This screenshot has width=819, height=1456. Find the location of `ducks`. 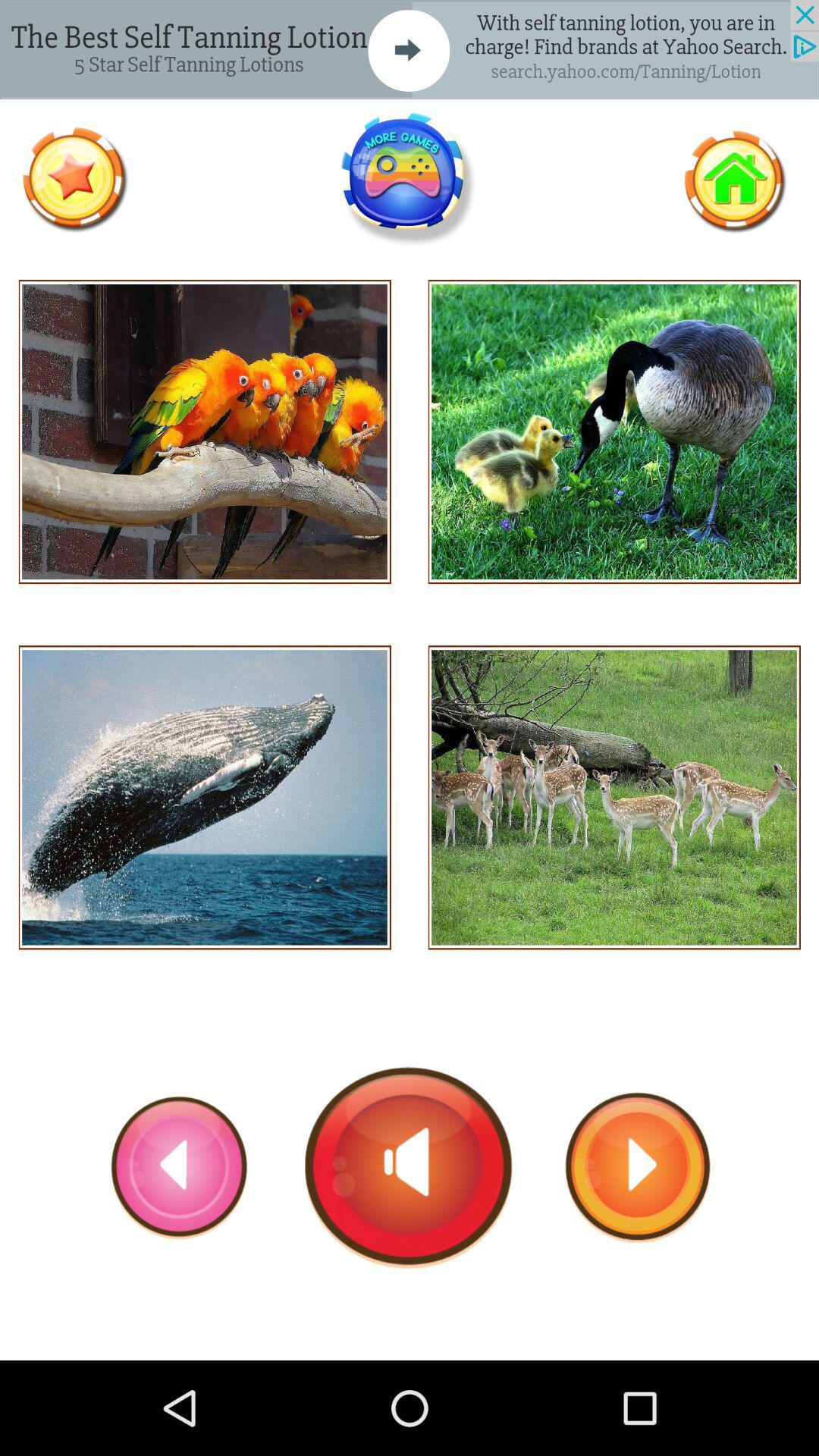

ducks is located at coordinates (614, 431).